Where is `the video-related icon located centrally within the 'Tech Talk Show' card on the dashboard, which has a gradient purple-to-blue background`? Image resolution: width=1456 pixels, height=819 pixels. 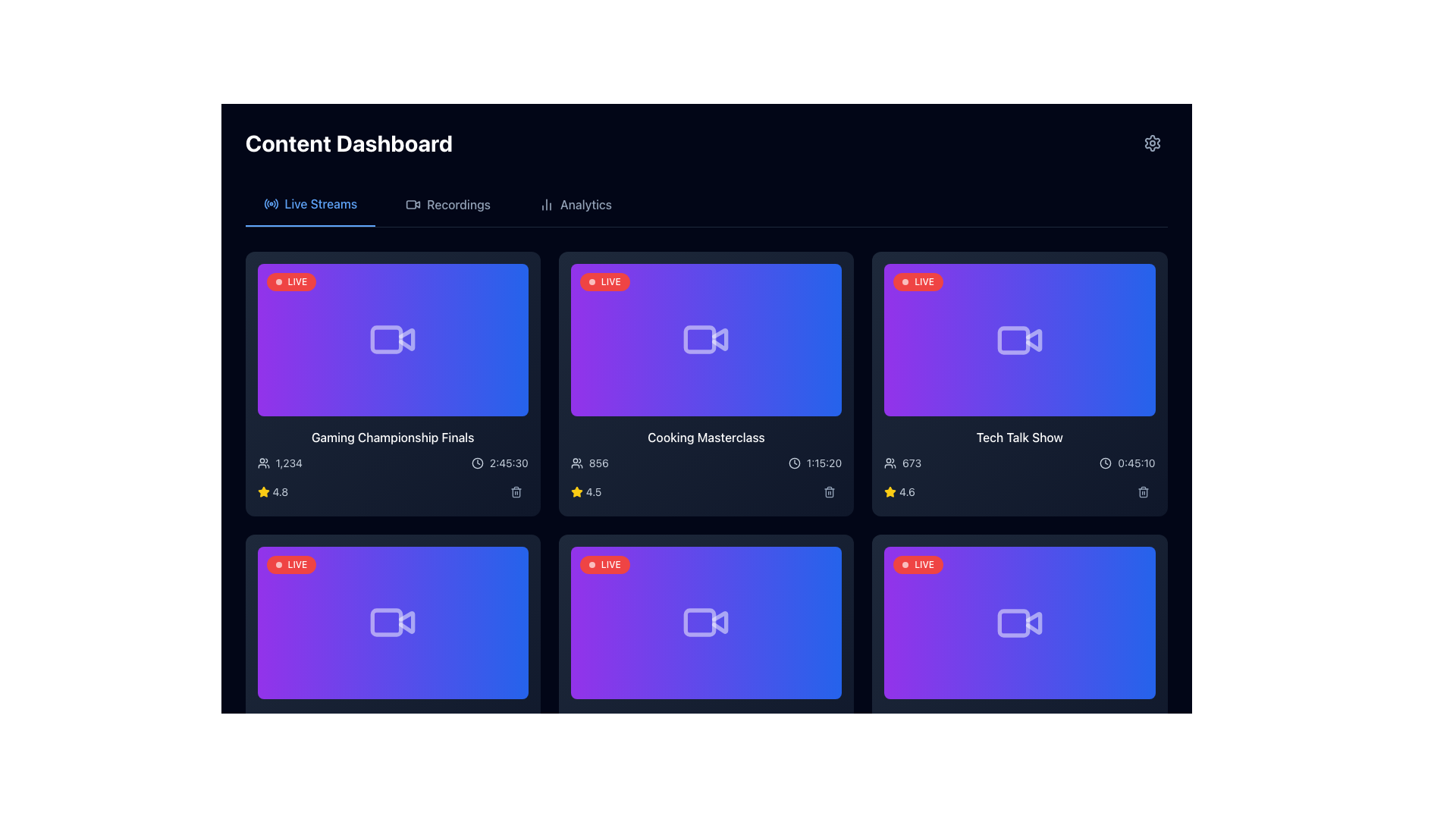
the video-related icon located centrally within the 'Tech Talk Show' card on the dashboard, which has a gradient purple-to-blue background is located at coordinates (1019, 339).